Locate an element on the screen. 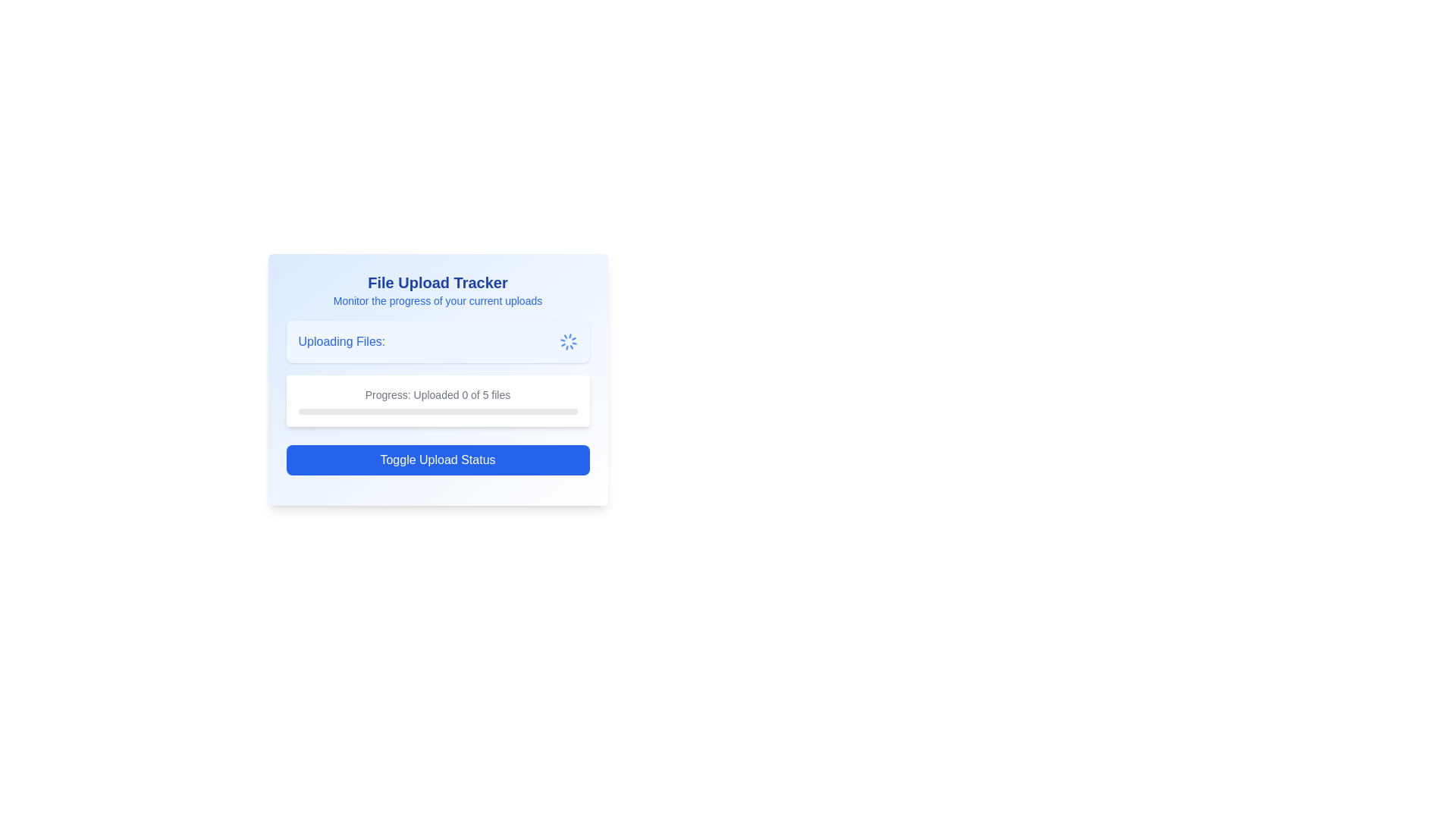  the Progress Indicator with Text Description, which shows the upload status and is positioned below 'Uploading Files:' and above 'Toggle Upload Status.' is located at coordinates (437, 400).